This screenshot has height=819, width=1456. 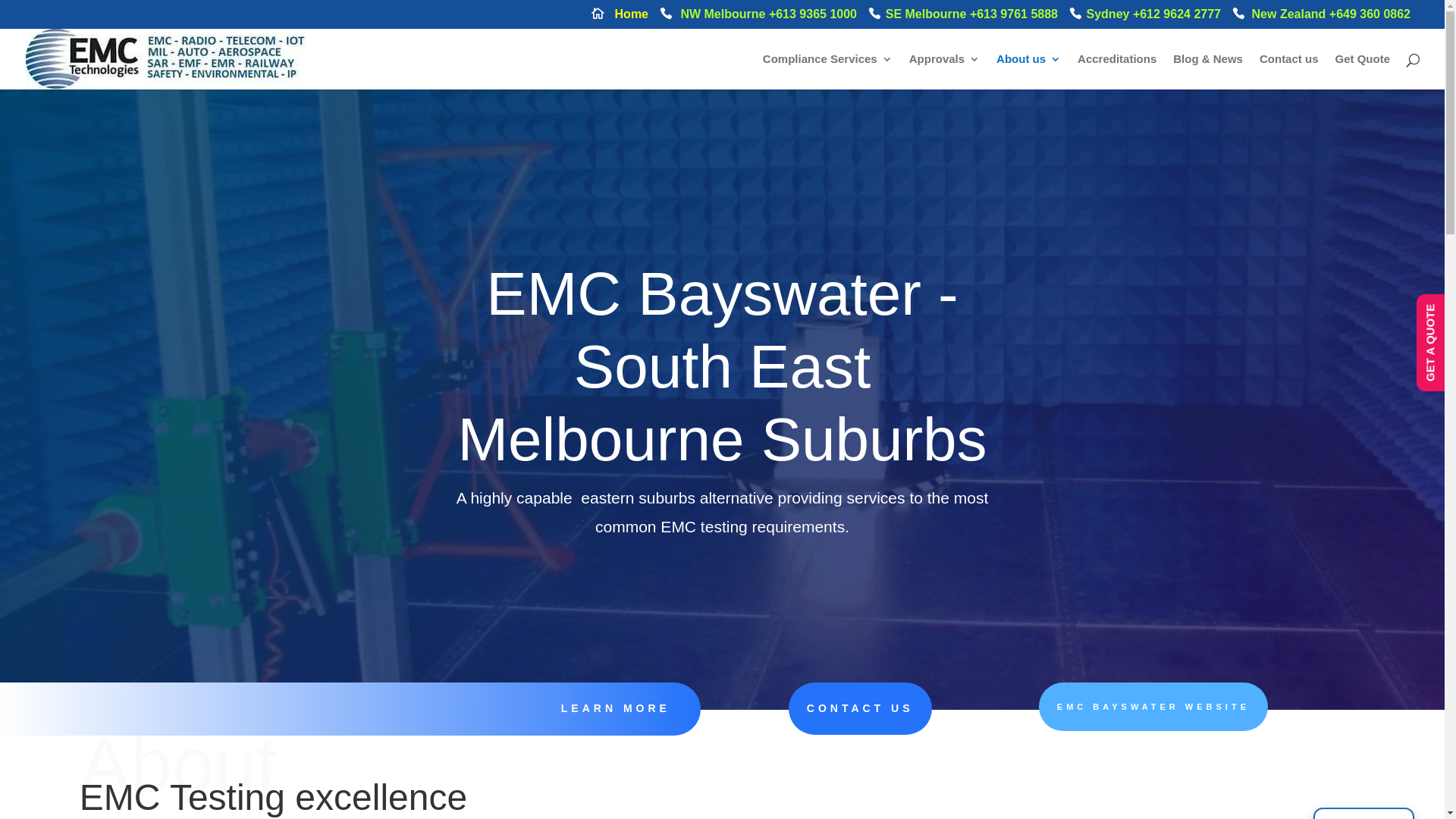 I want to click on 'Accreditations', so click(x=1117, y=71).